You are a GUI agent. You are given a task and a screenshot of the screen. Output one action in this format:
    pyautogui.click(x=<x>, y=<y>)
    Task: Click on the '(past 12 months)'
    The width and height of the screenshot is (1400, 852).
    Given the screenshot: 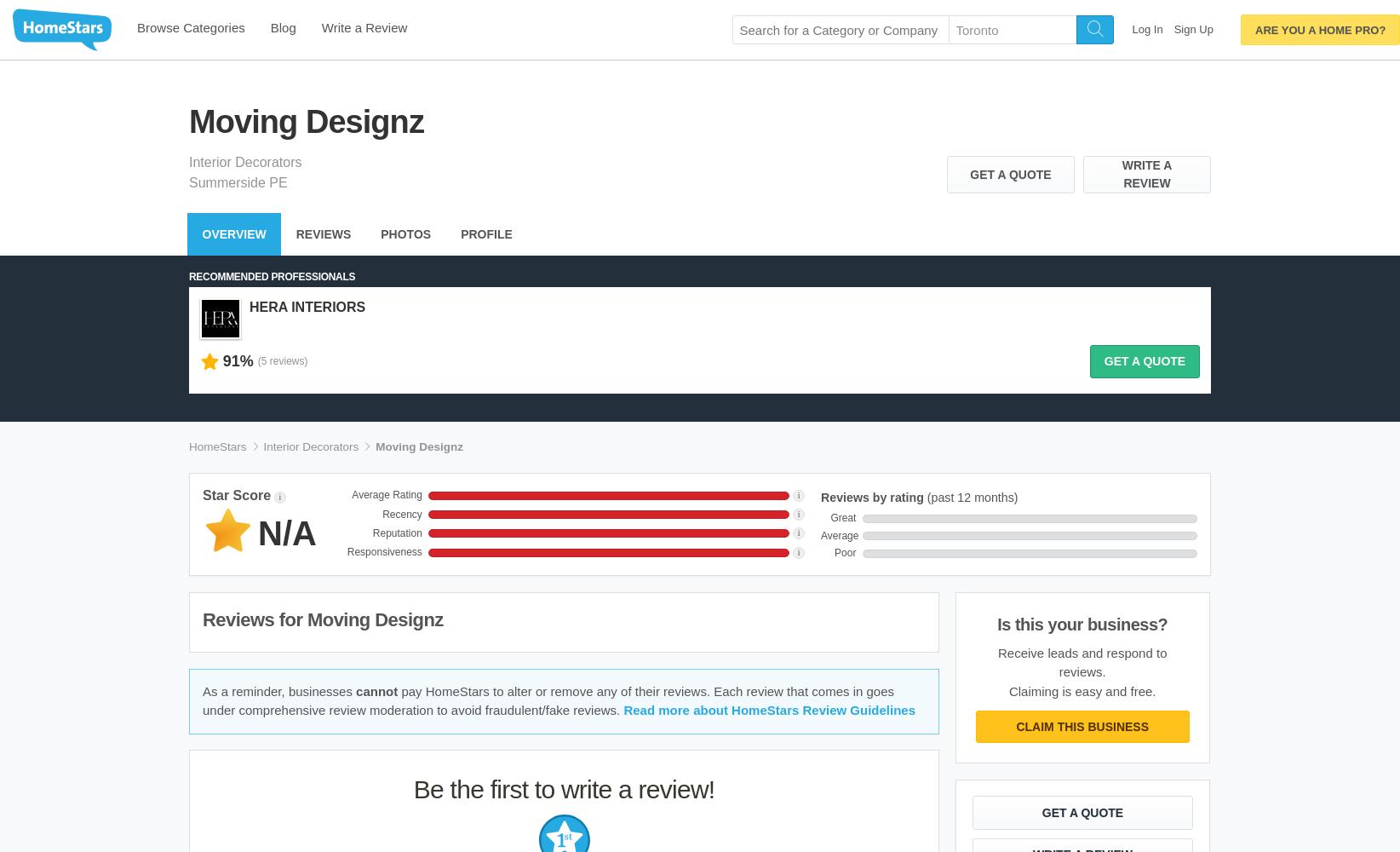 What is the action you would take?
    pyautogui.click(x=969, y=497)
    